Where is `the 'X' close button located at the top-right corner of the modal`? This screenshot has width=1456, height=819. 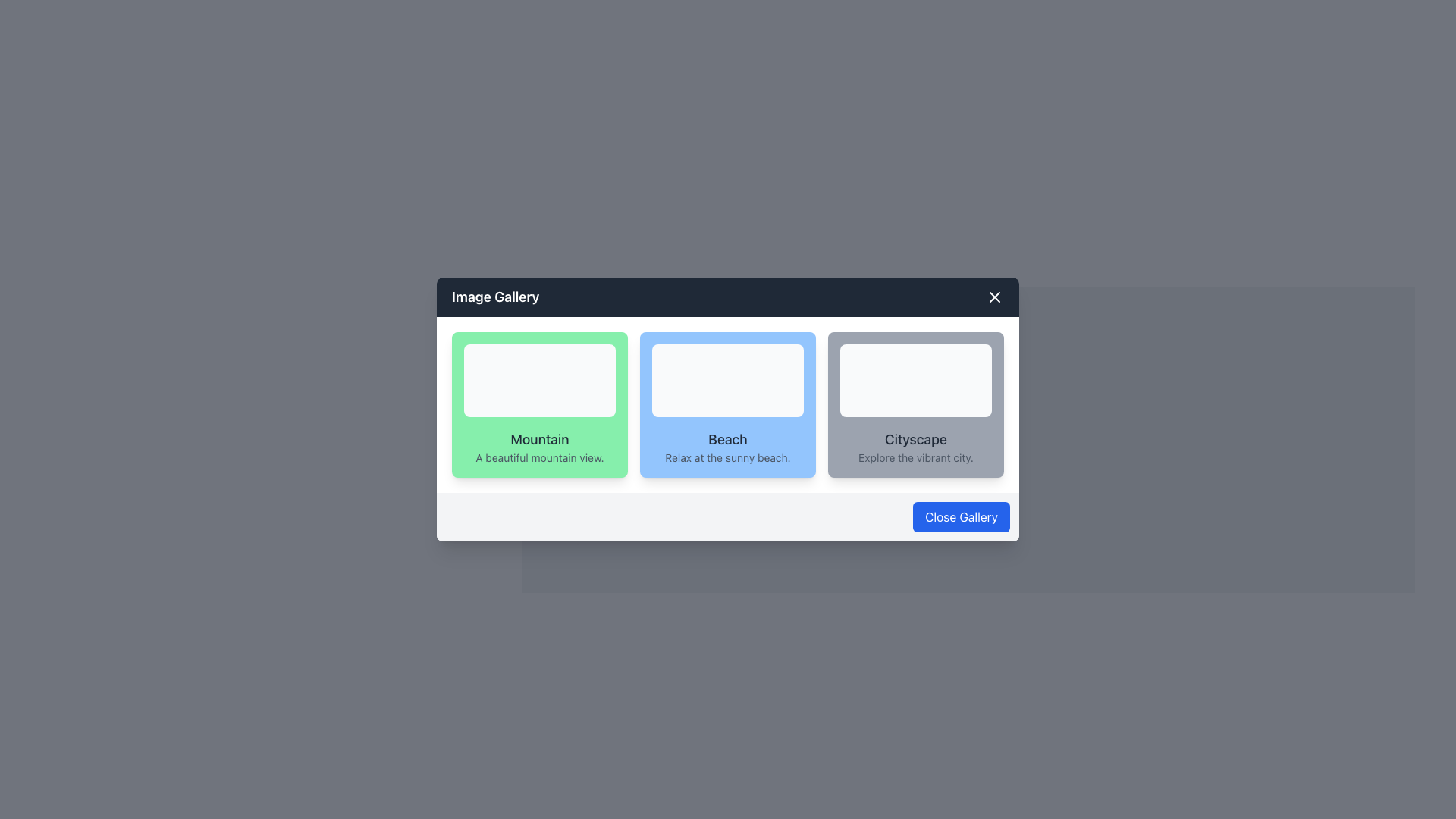
the 'X' close button located at the top-right corner of the modal is located at coordinates (994, 297).